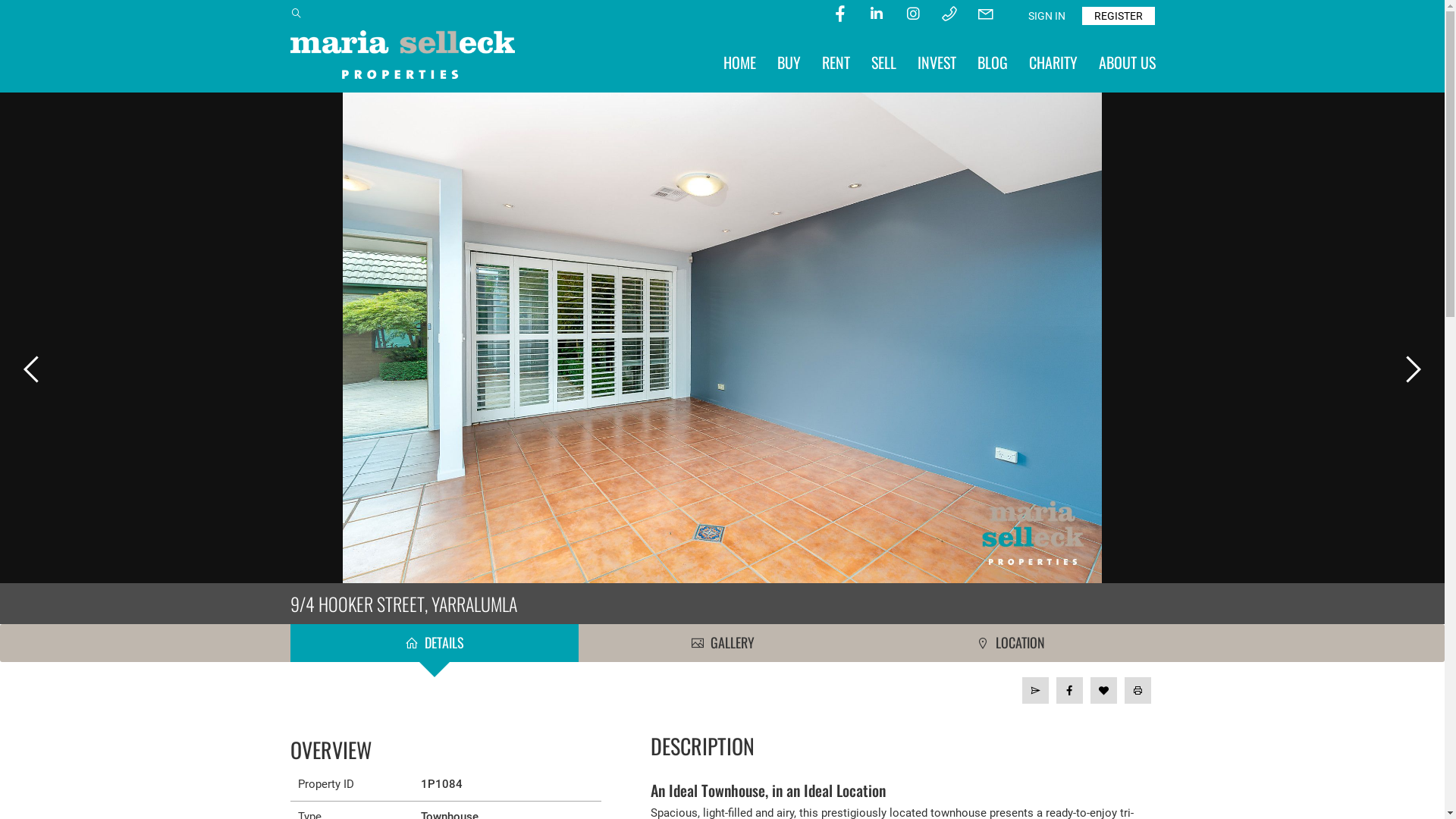 This screenshot has width=1456, height=819. What do you see at coordinates (883, 61) in the screenshot?
I see `'SELL'` at bounding box center [883, 61].